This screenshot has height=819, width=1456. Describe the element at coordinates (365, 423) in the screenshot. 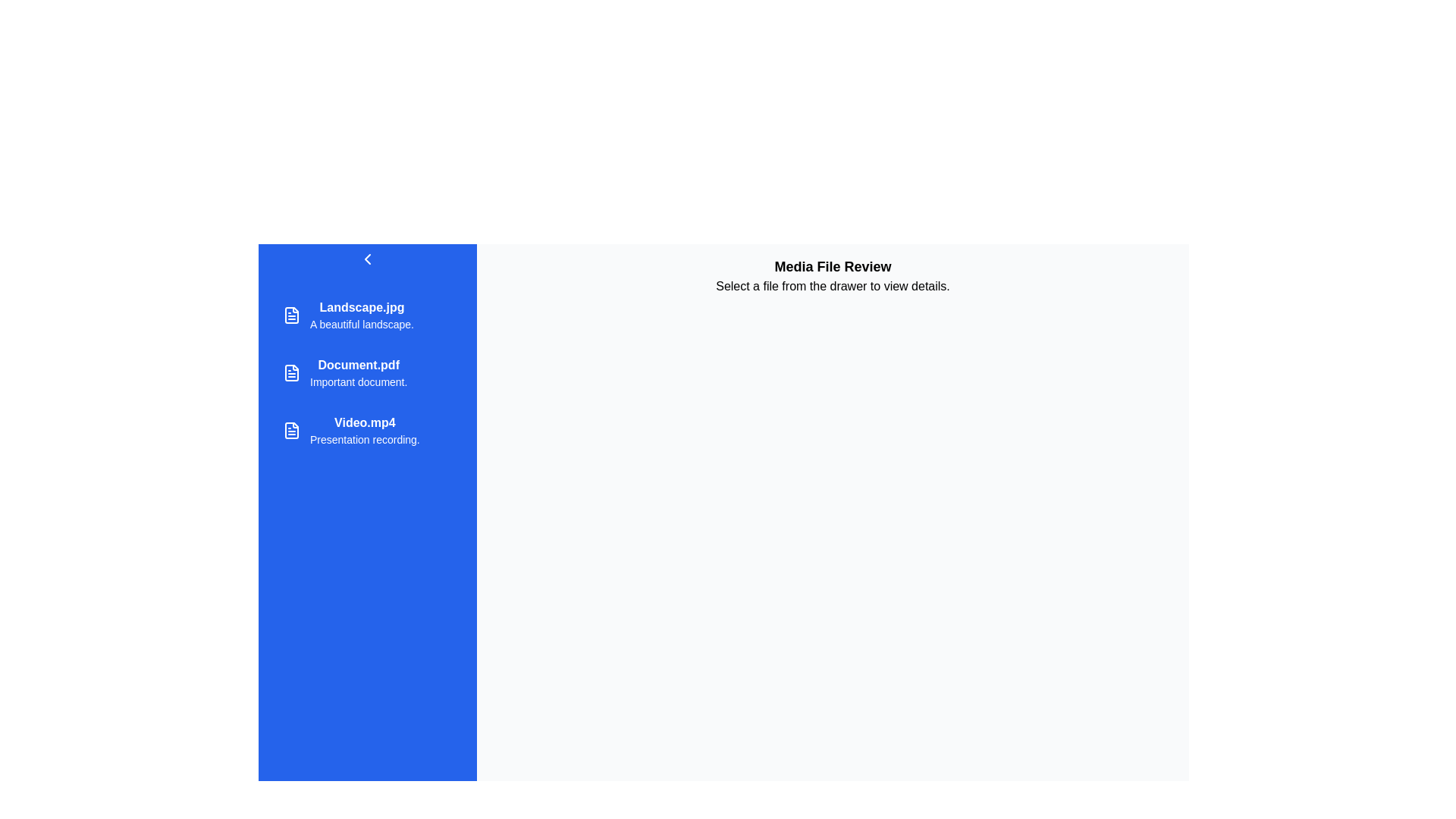

I see `the Text label that serves as the title of a file, positioned above 'Presentation recording' in the left sidebar` at that location.